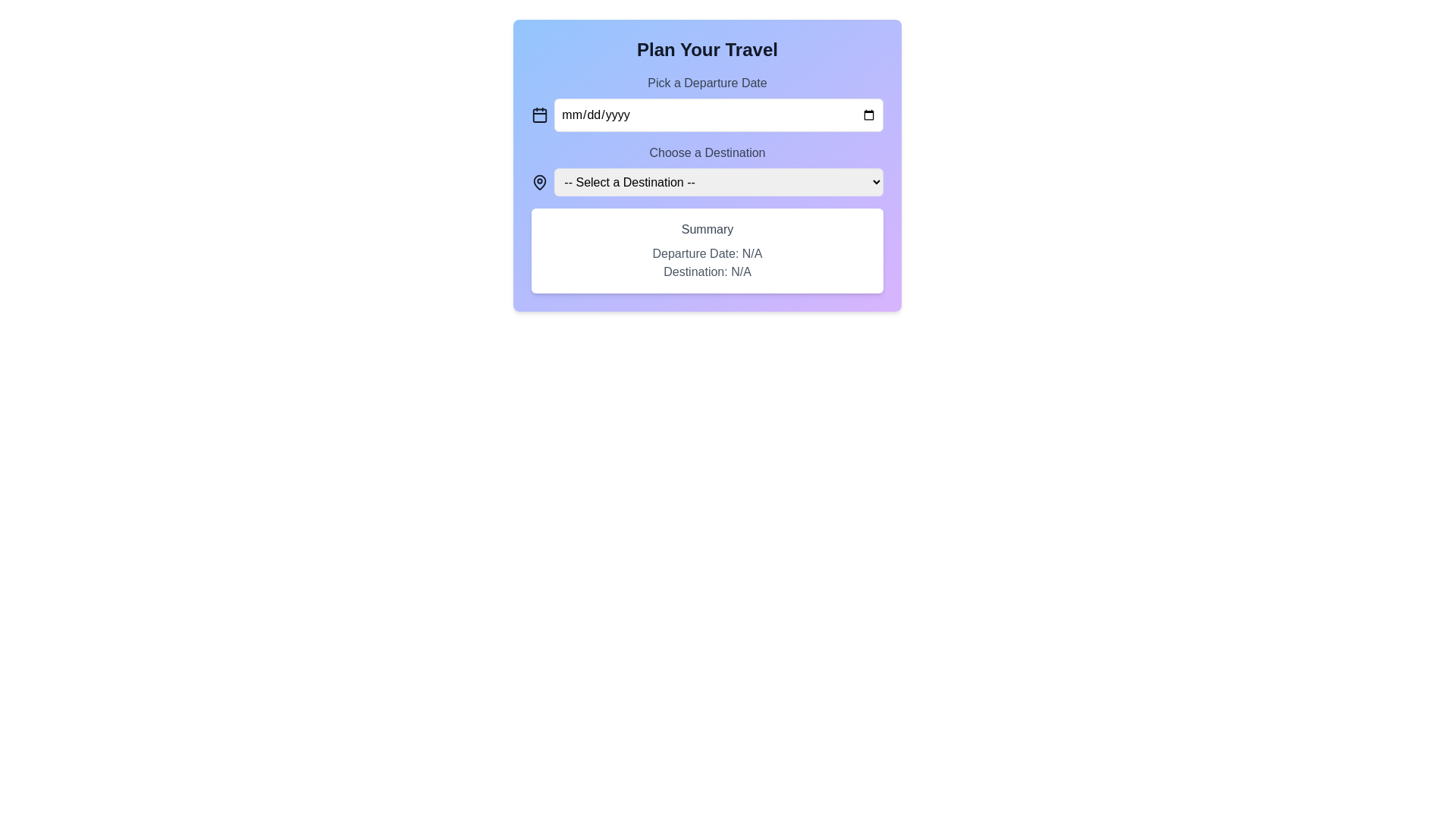  I want to click on the date input field, which has a placeholder displaying 'mm/dd/yyyy' and is styled with rounded corners, to focus and input a date, so click(718, 114).